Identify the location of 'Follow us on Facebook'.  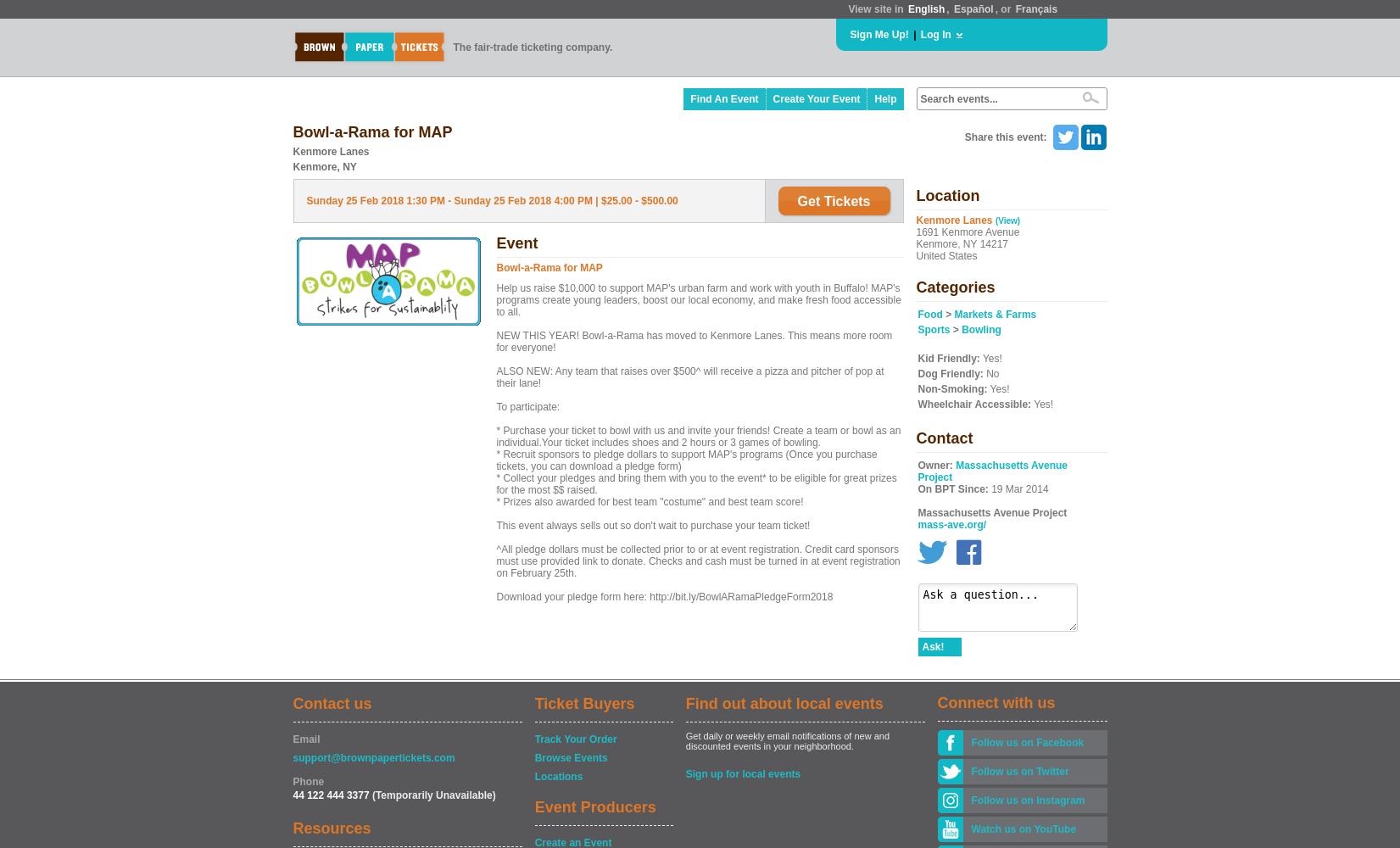
(1026, 743).